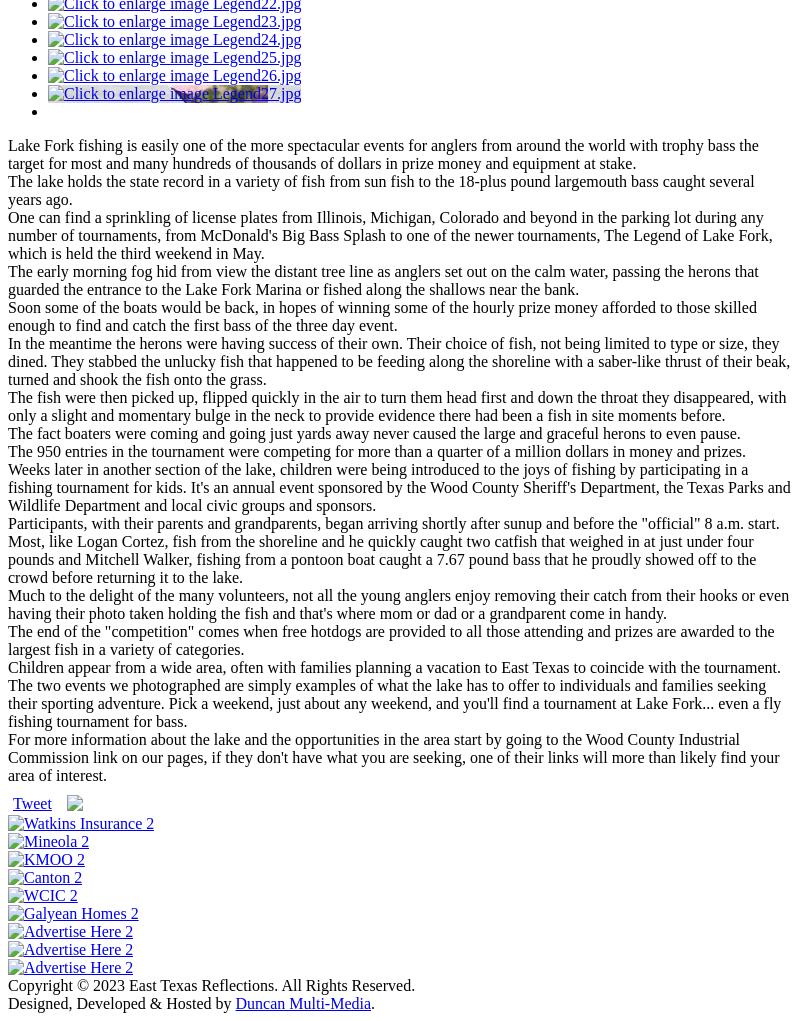  Describe the element at coordinates (372, 1002) in the screenshot. I see `'.'` at that location.